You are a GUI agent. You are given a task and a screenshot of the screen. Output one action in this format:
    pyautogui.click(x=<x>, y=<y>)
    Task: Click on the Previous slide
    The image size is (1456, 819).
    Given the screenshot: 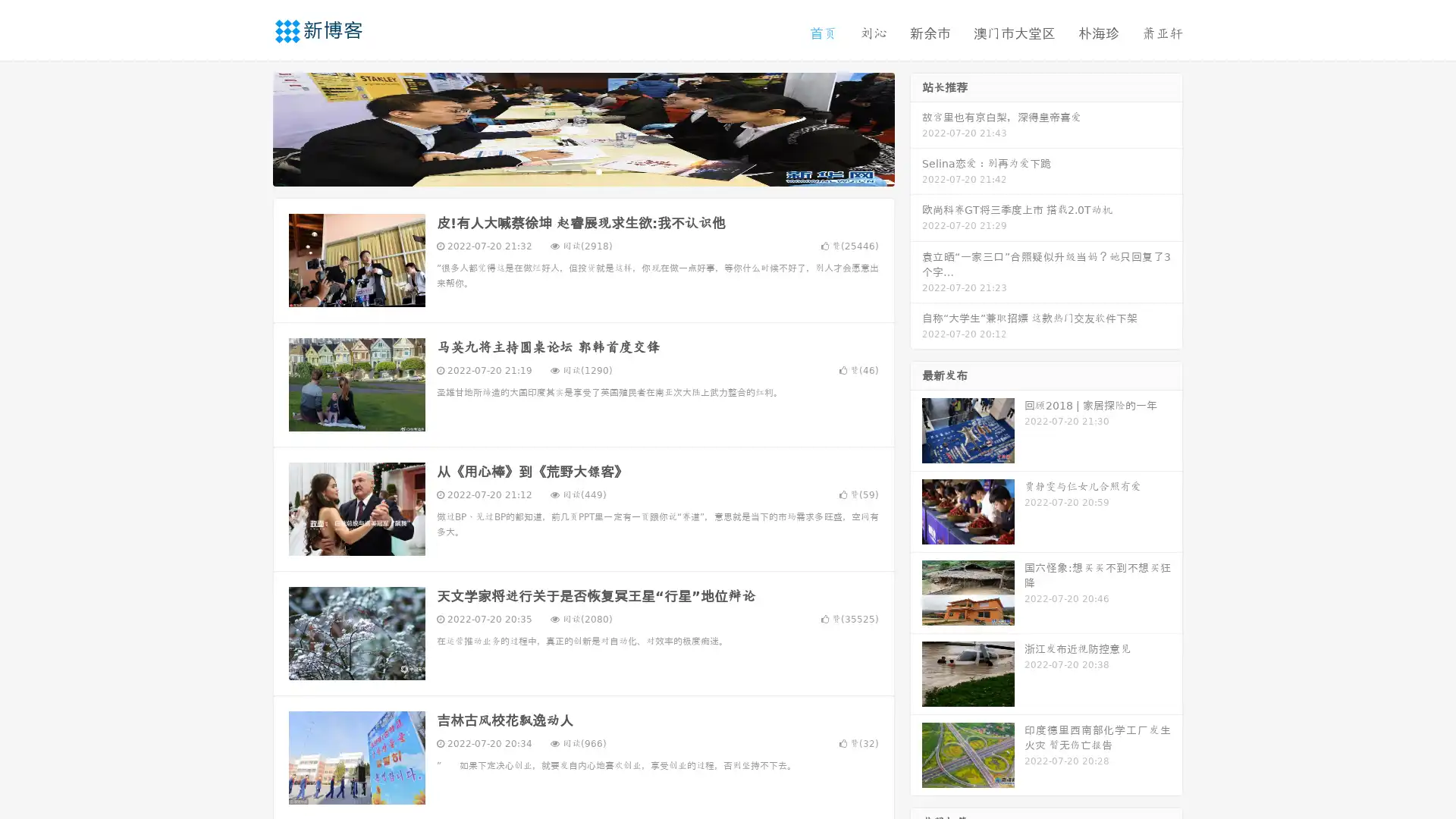 What is the action you would take?
    pyautogui.click(x=250, y=127)
    